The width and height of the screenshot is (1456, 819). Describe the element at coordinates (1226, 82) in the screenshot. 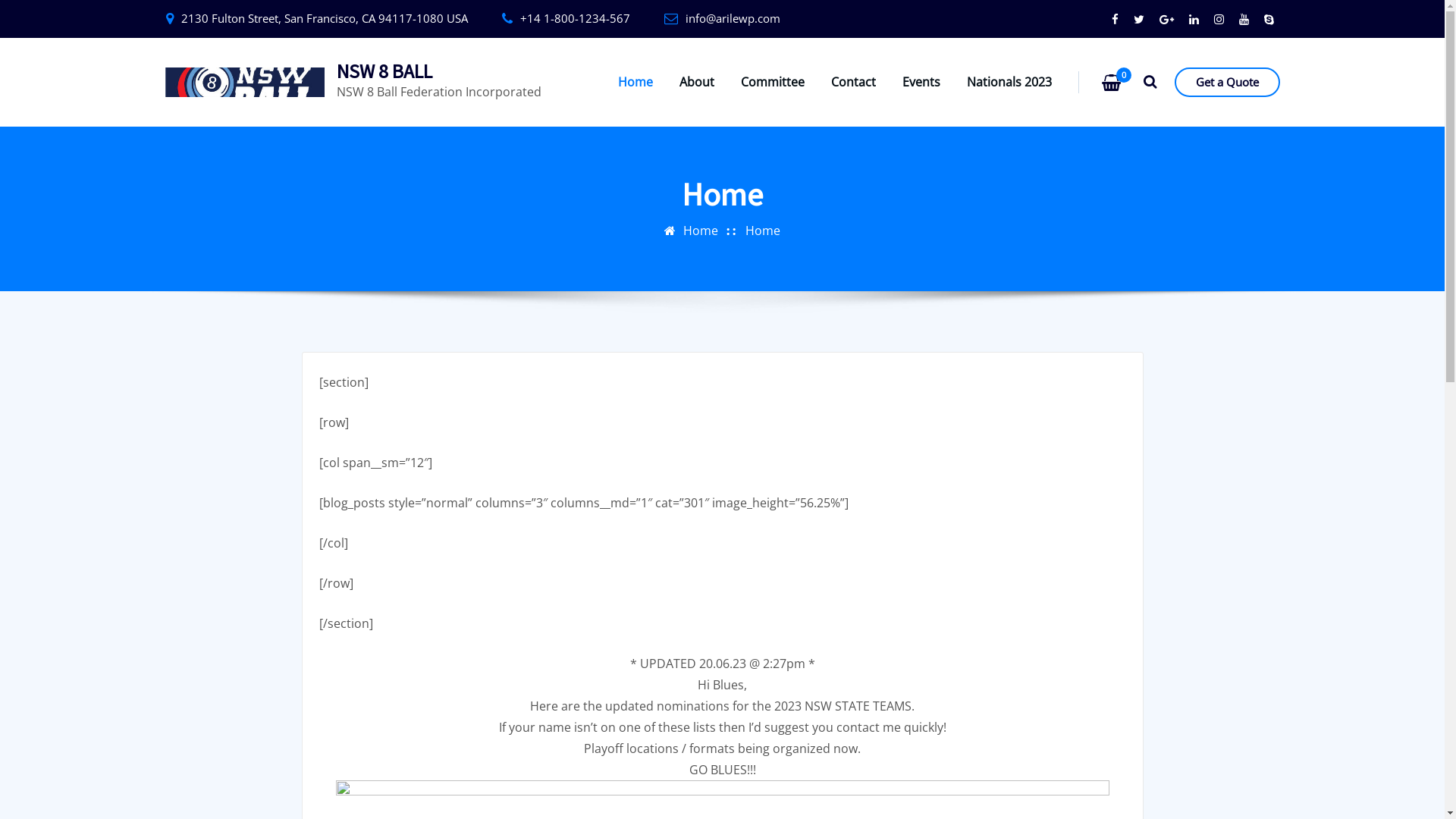

I see `'Get a Quote'` at that location.